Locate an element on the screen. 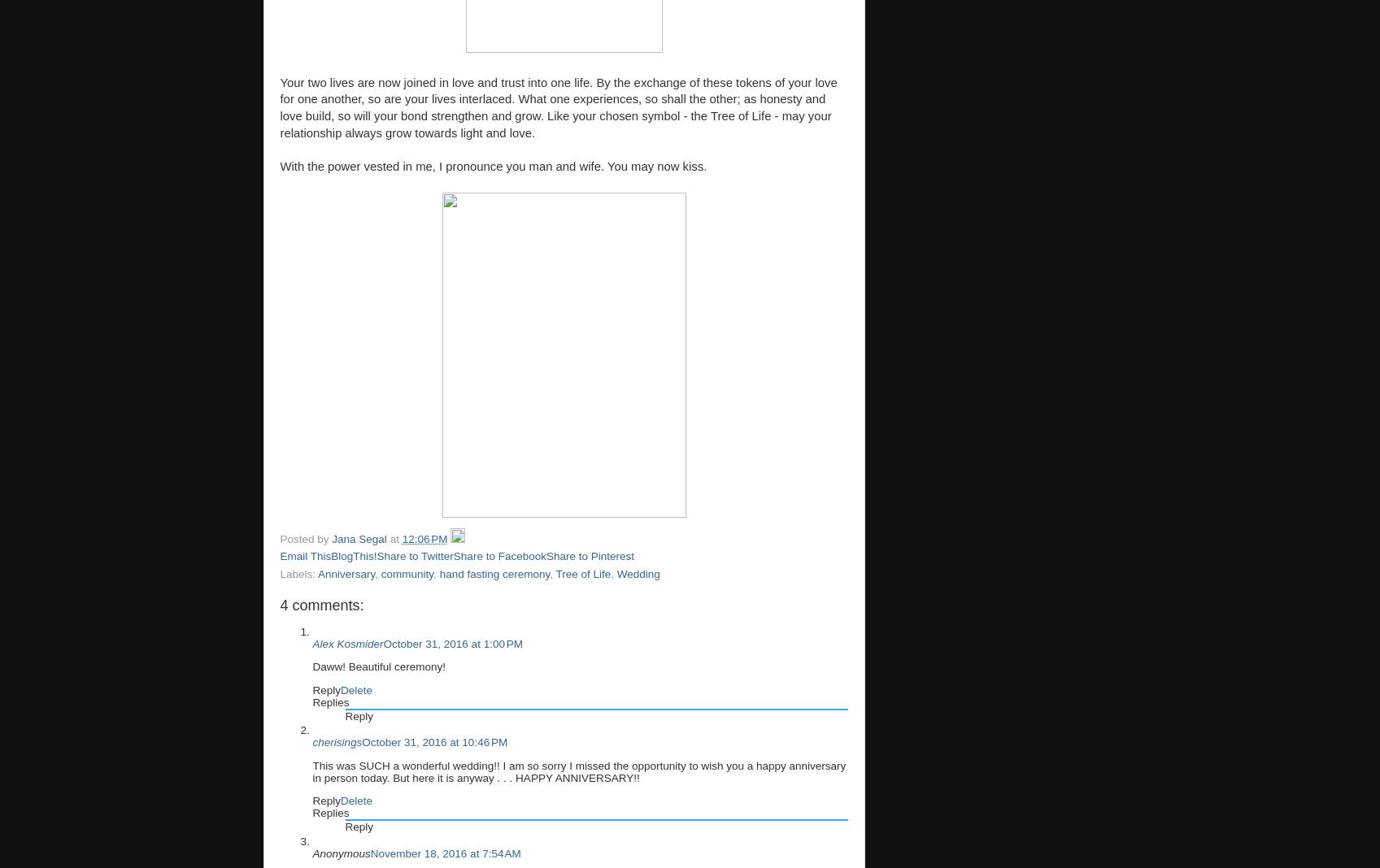 This screenshot has width=1380, height=868. 'Posted by' is located at coordinates (279, 537).